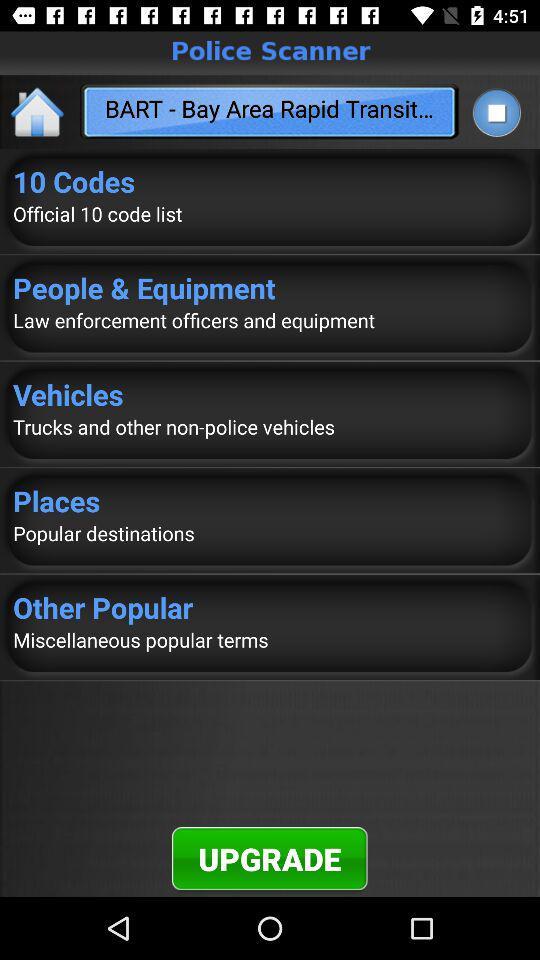 The image size is (540, 960). Describe the element at coordinates (270, 181) in the screenshot. I see `app above the official 10 code item` at that location.